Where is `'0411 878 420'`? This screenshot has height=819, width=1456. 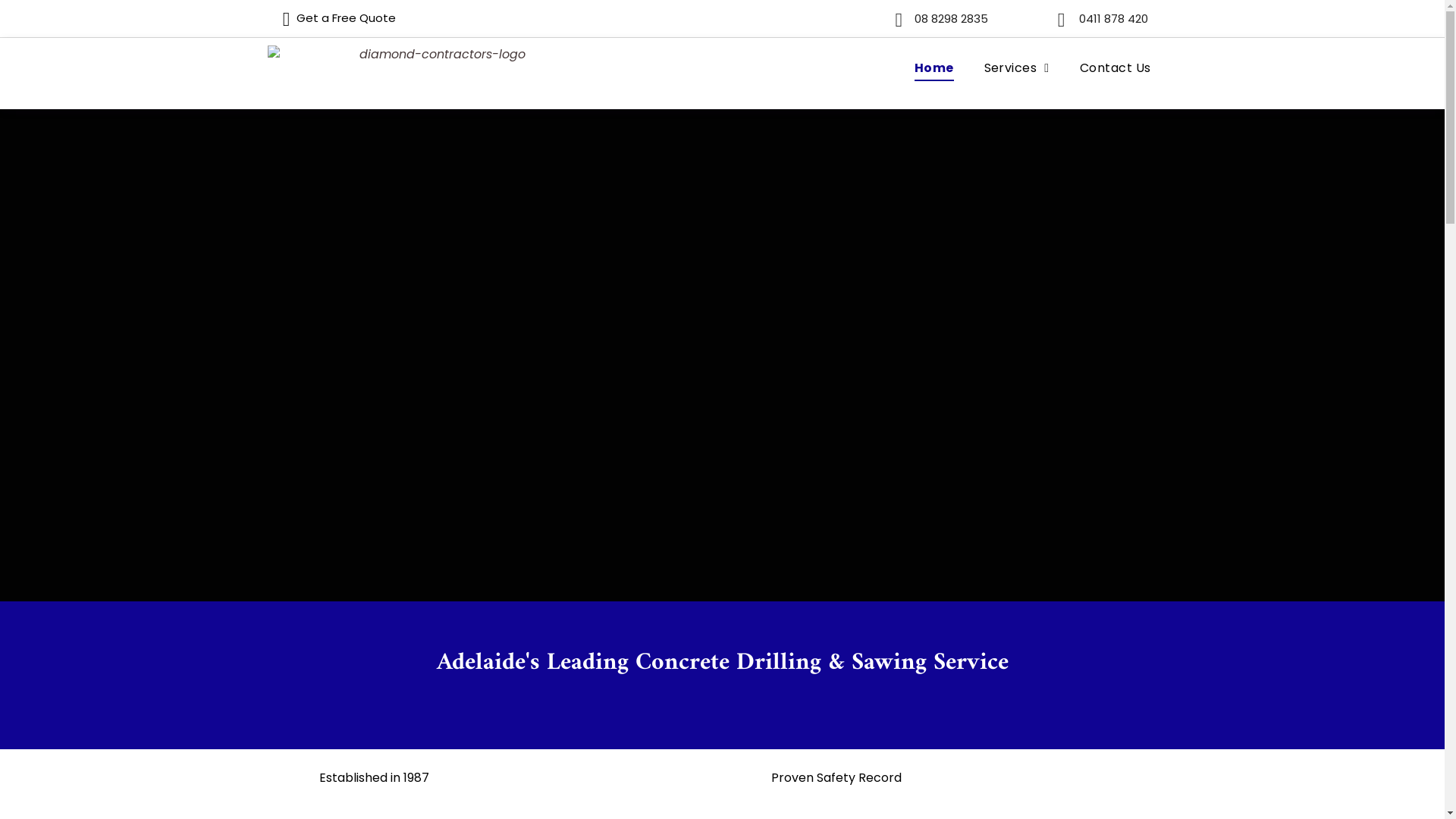
'0411 878 420' is located at coordinates (1109, 18).